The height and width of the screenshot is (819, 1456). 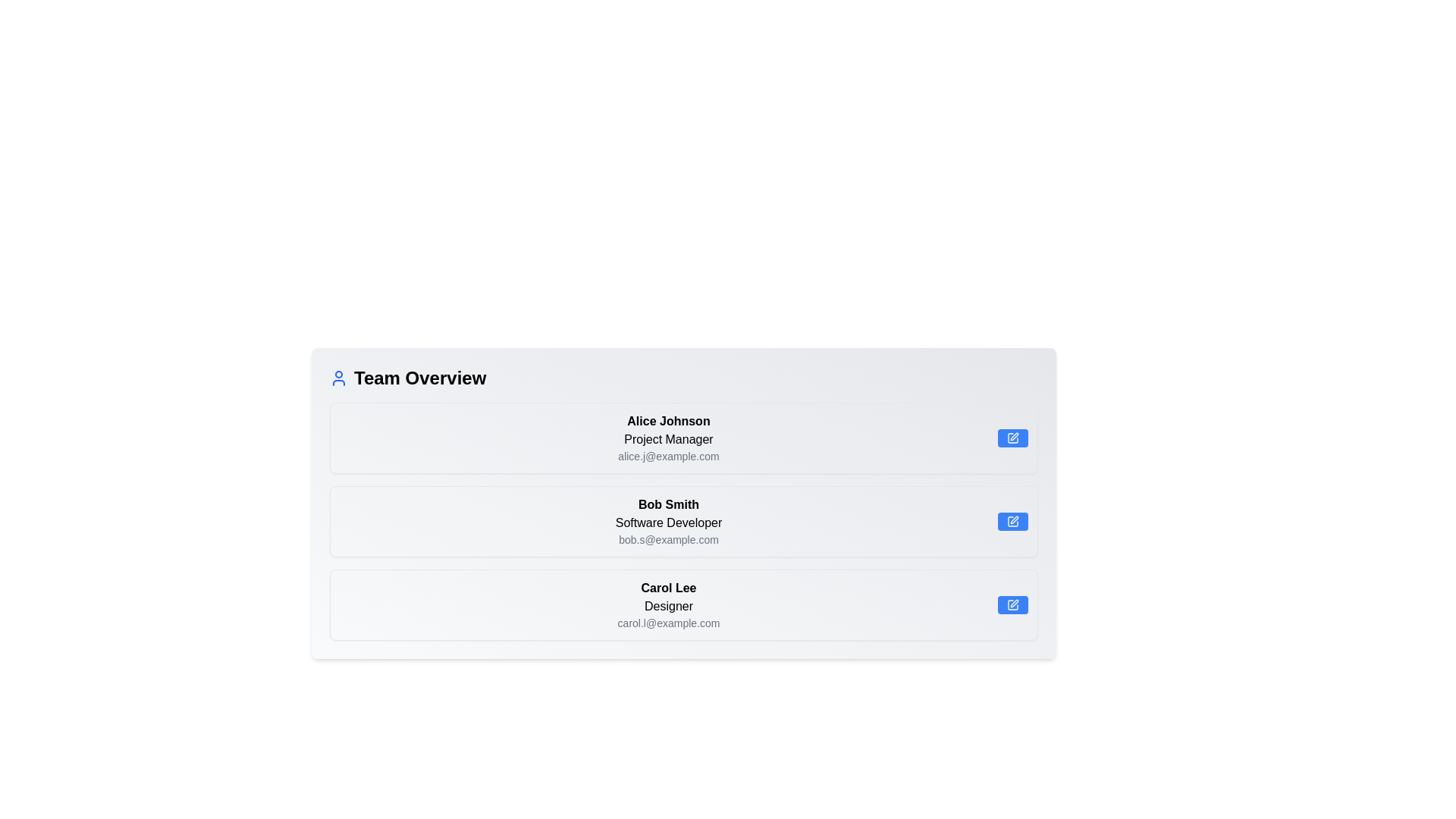 What do you see at coordinates (668, 439) in the screenshot?
I see `the 'Project Manager' text label, which is centrally aligned below 'Alice Johnson' and above 'alice.j@example.com' in the 'Team Overview' section` at bounding box center [668, 439].